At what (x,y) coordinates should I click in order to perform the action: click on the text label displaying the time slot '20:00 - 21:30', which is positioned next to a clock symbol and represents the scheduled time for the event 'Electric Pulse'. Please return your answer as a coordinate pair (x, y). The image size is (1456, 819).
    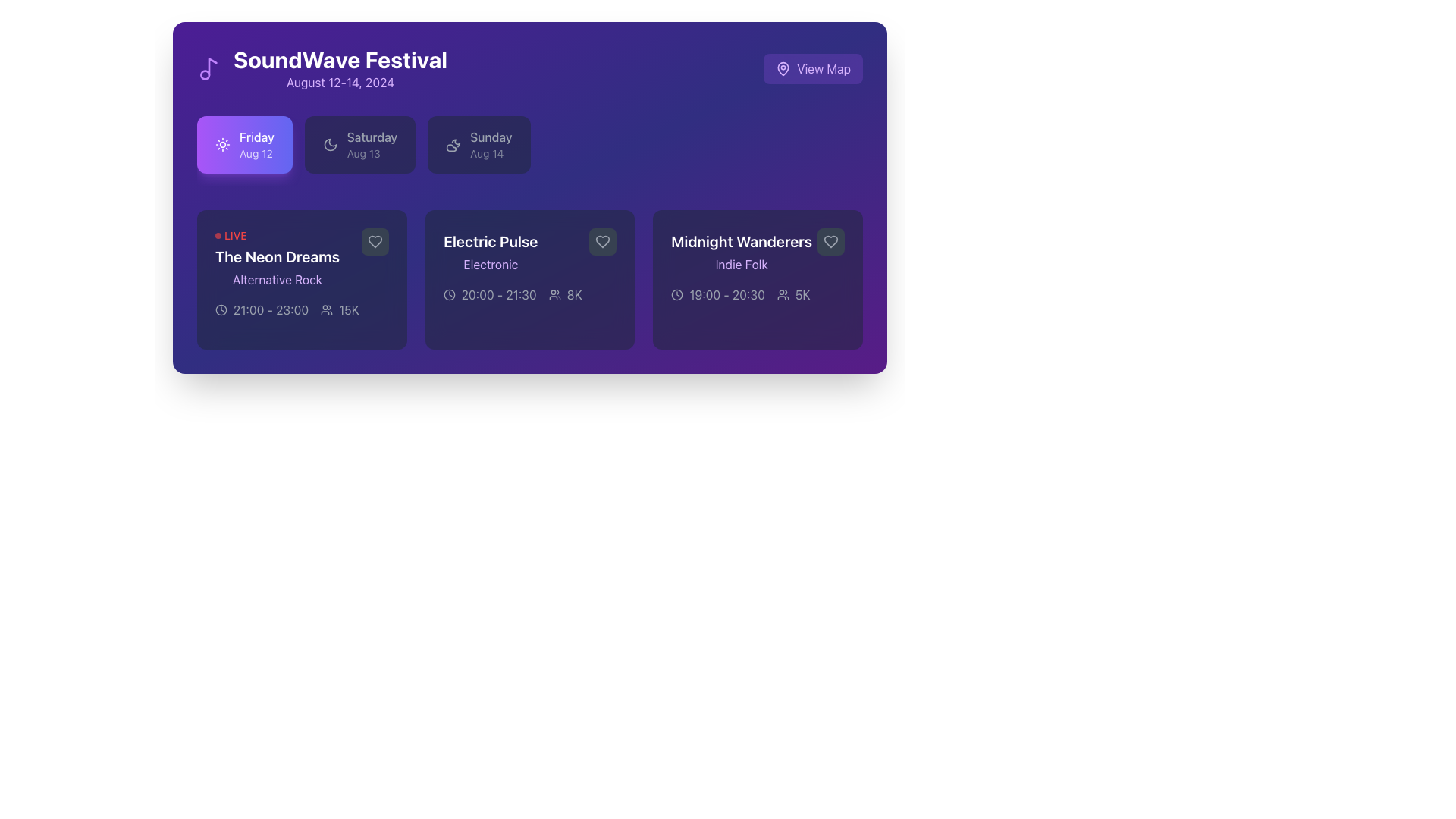
    Looking at the image, I should click on (499, 295).